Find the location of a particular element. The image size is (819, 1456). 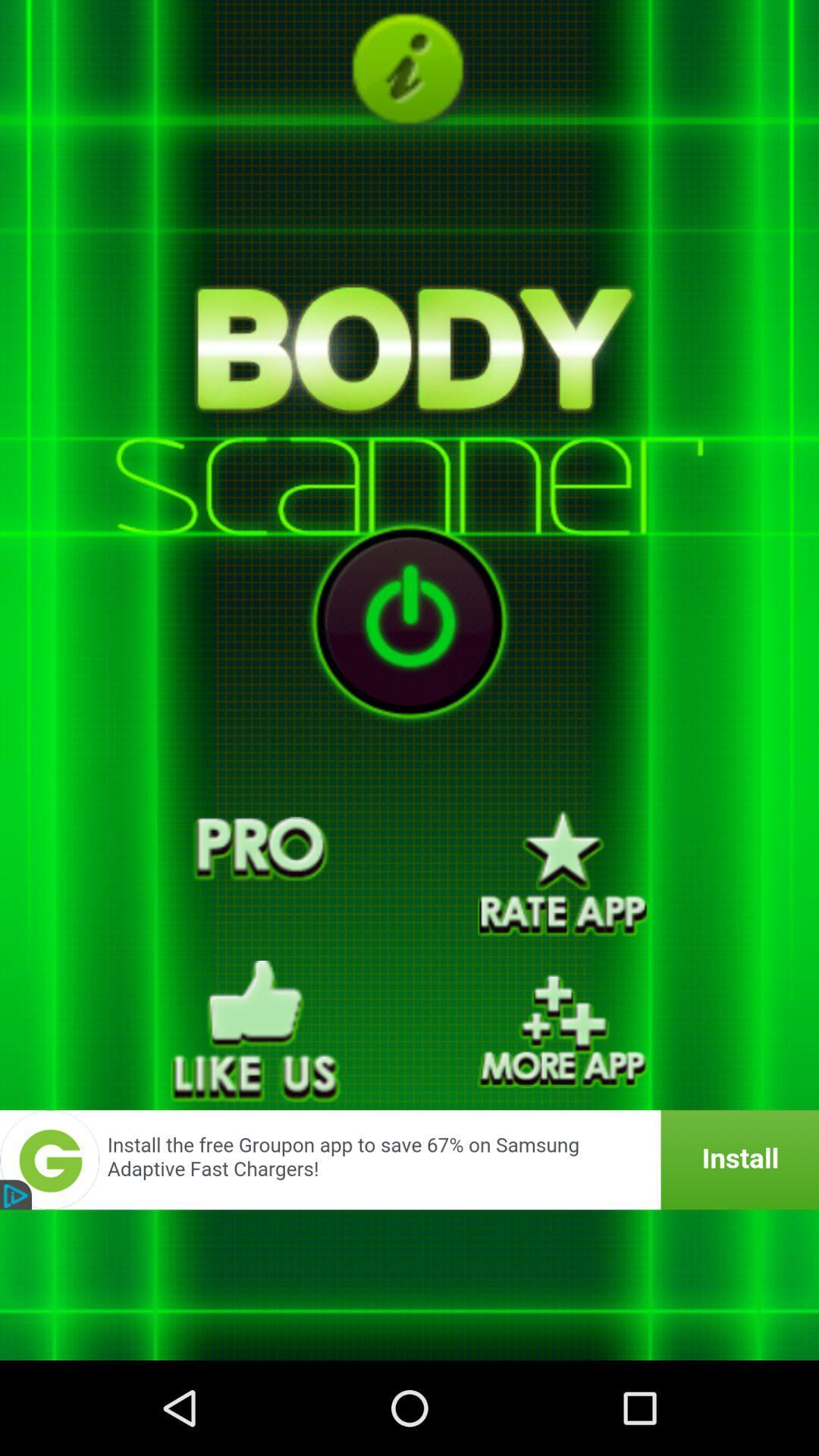

rate app is located at coordinates (563, 874).